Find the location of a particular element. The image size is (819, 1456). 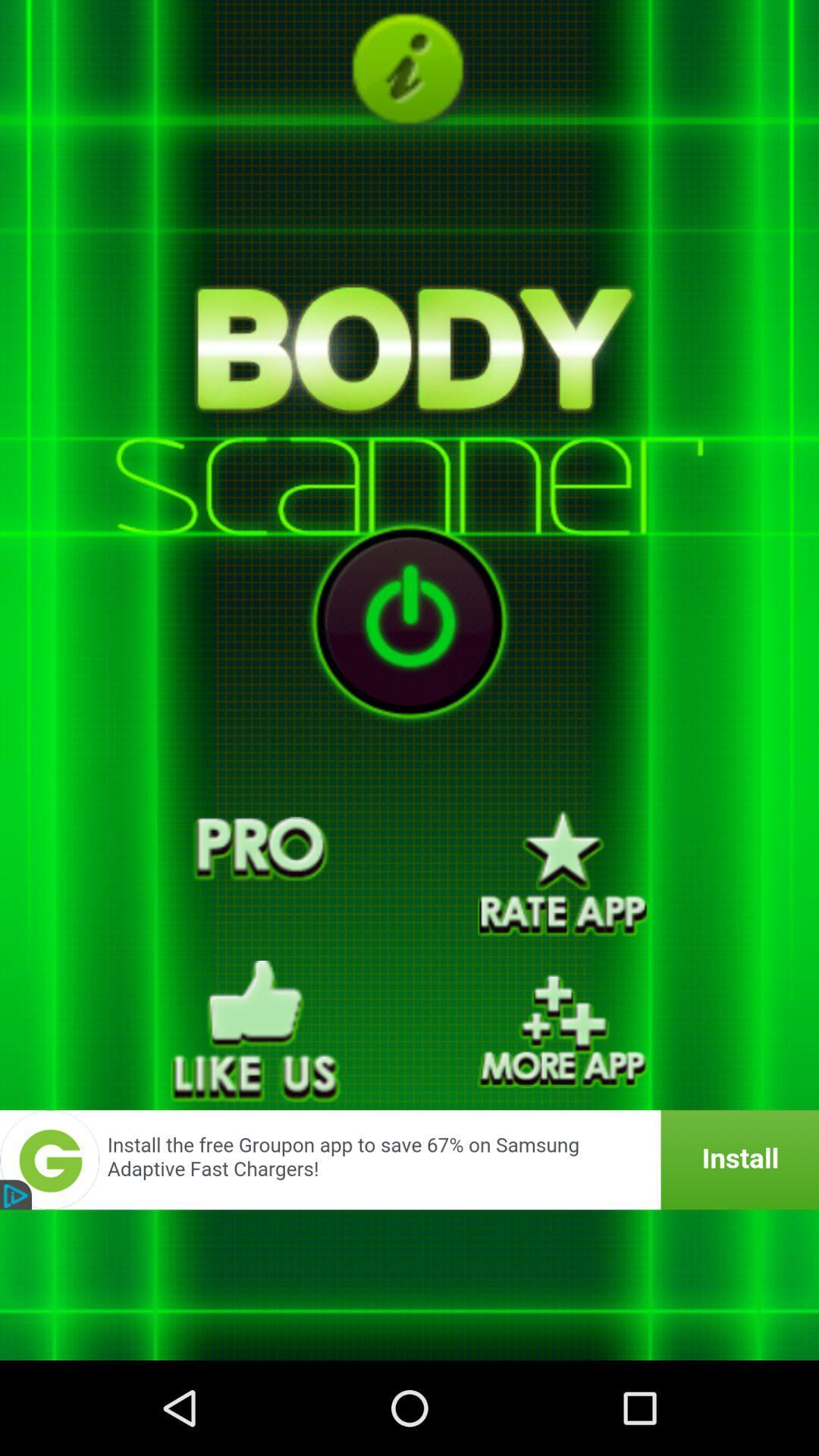

rate app is located at coordinates (563, 874).